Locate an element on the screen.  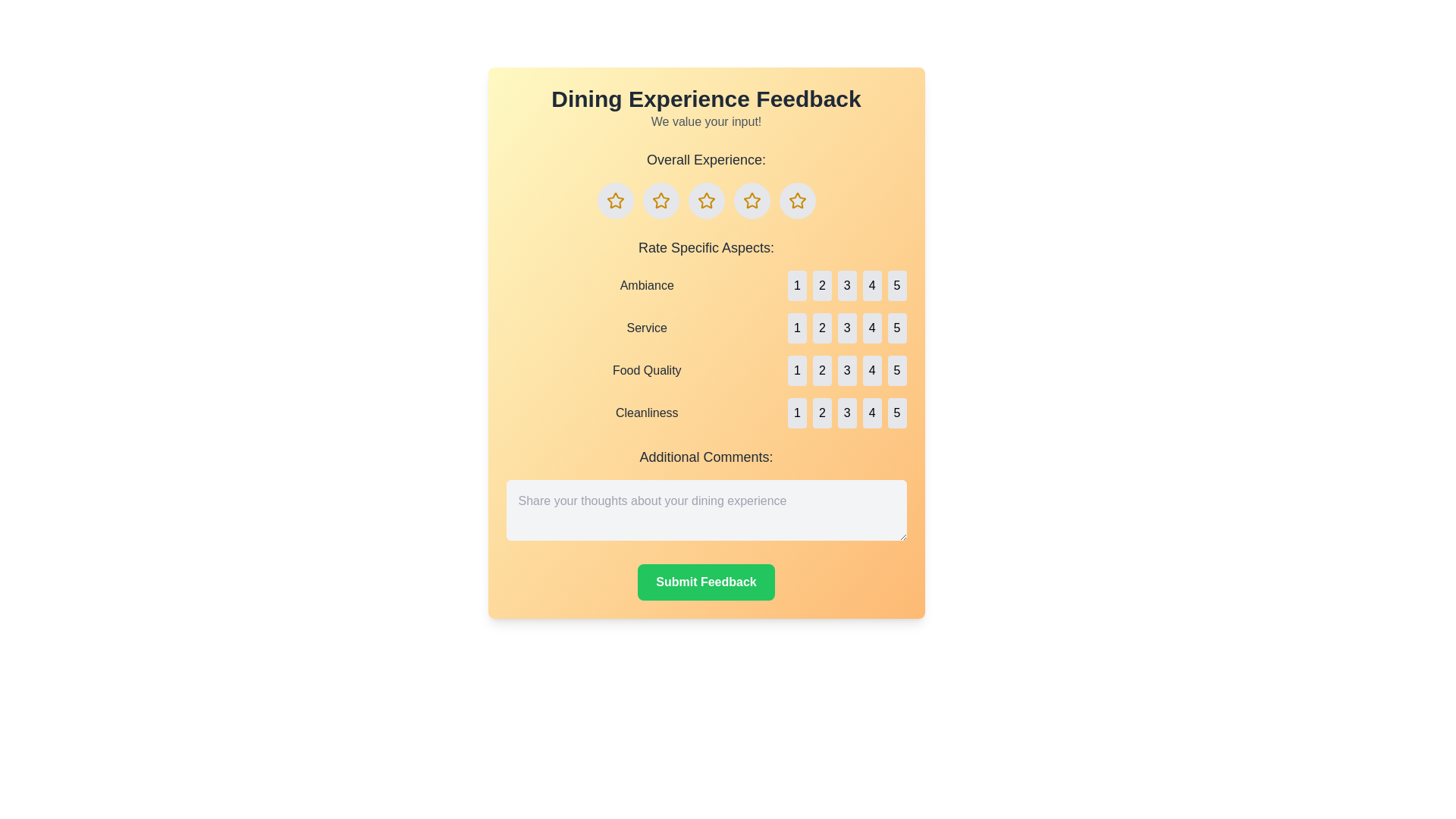
the text element displaying 'Cleanliness', which is a bold, dark gray label for a rating system, positioned in the fourth row of the 'Rate Specific Aspects' section is located at coordinates (647, 413).